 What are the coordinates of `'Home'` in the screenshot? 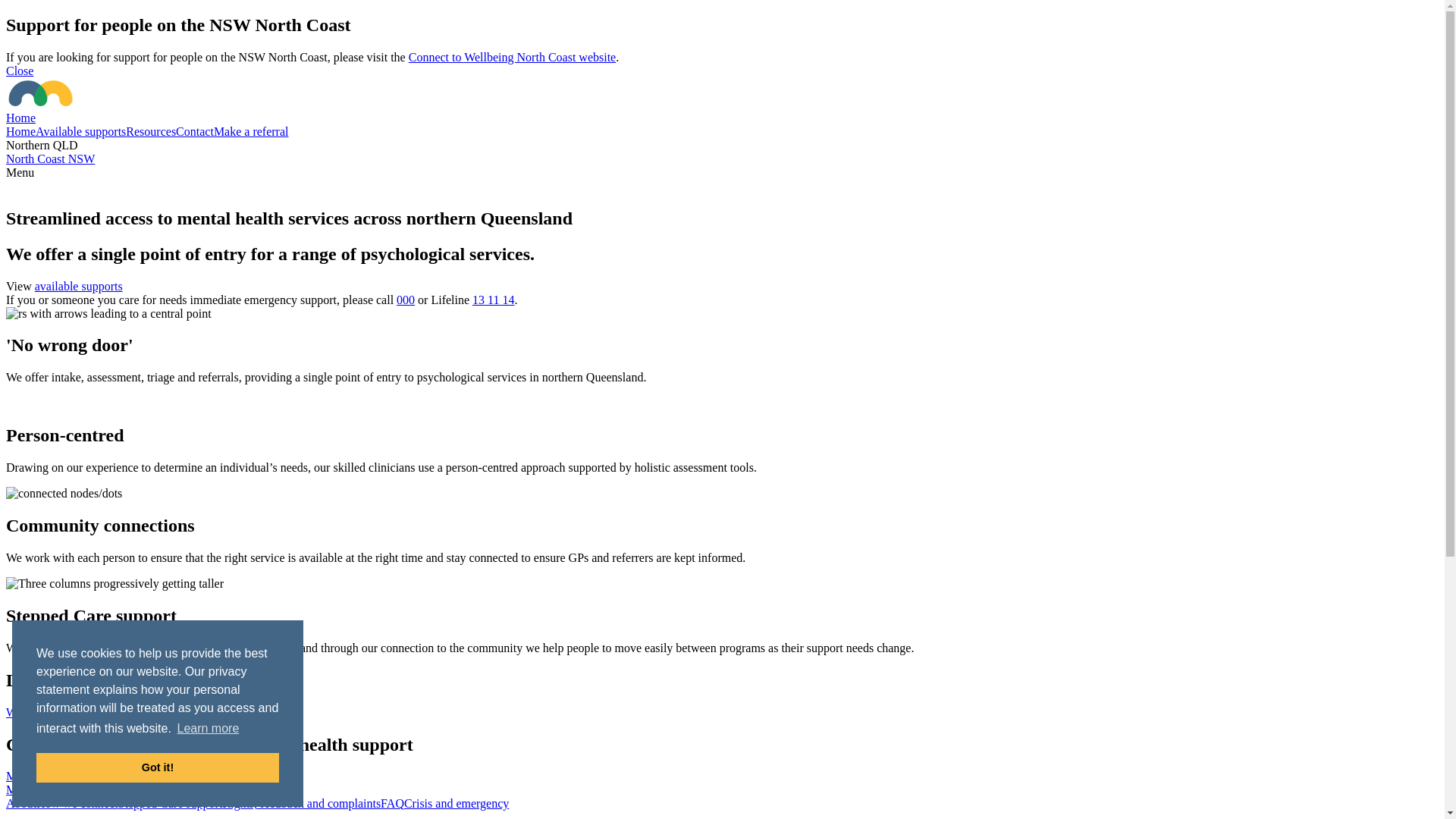 It's located at (20, 130).